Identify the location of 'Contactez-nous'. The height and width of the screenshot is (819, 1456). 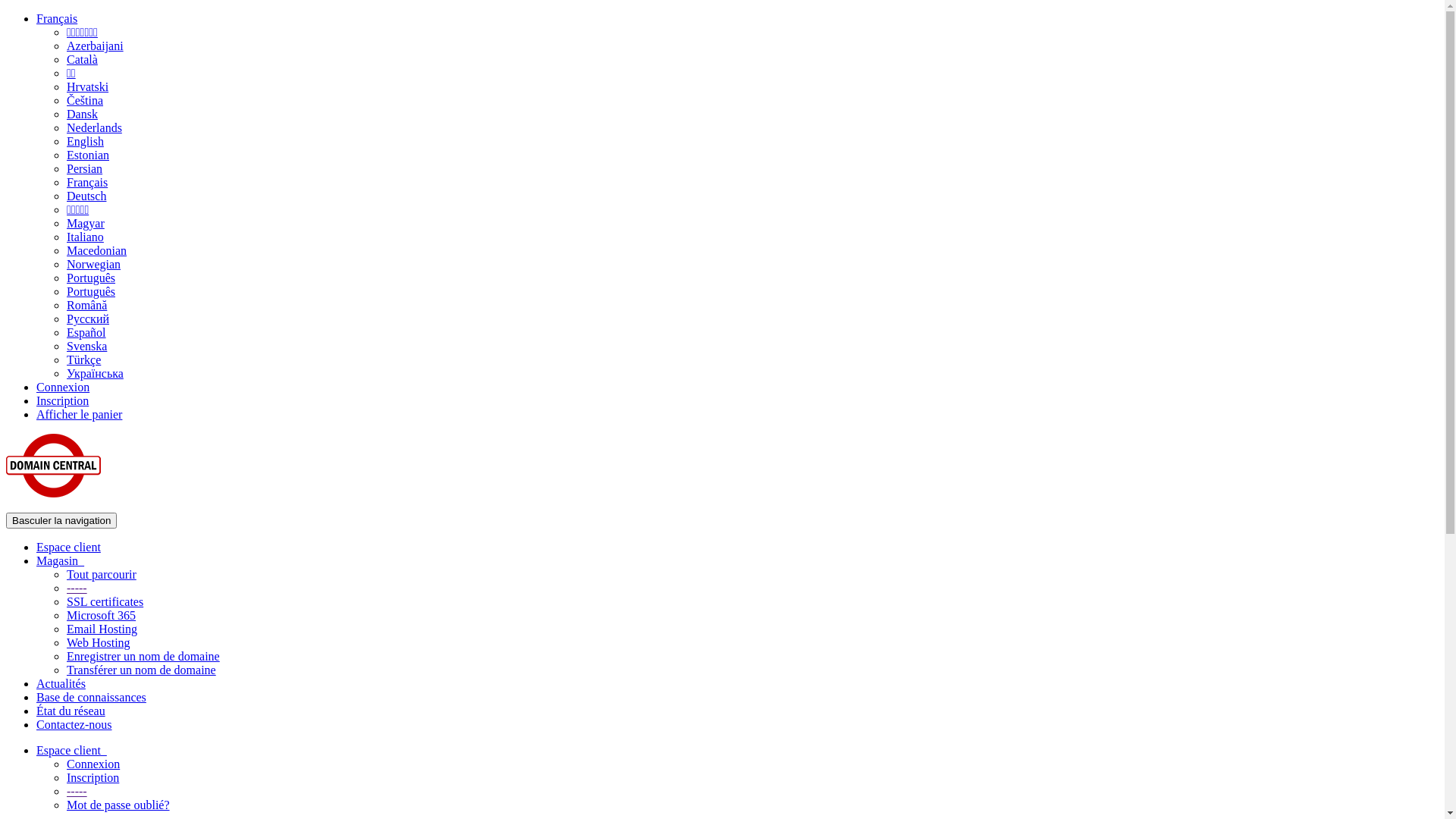
(73, 723).